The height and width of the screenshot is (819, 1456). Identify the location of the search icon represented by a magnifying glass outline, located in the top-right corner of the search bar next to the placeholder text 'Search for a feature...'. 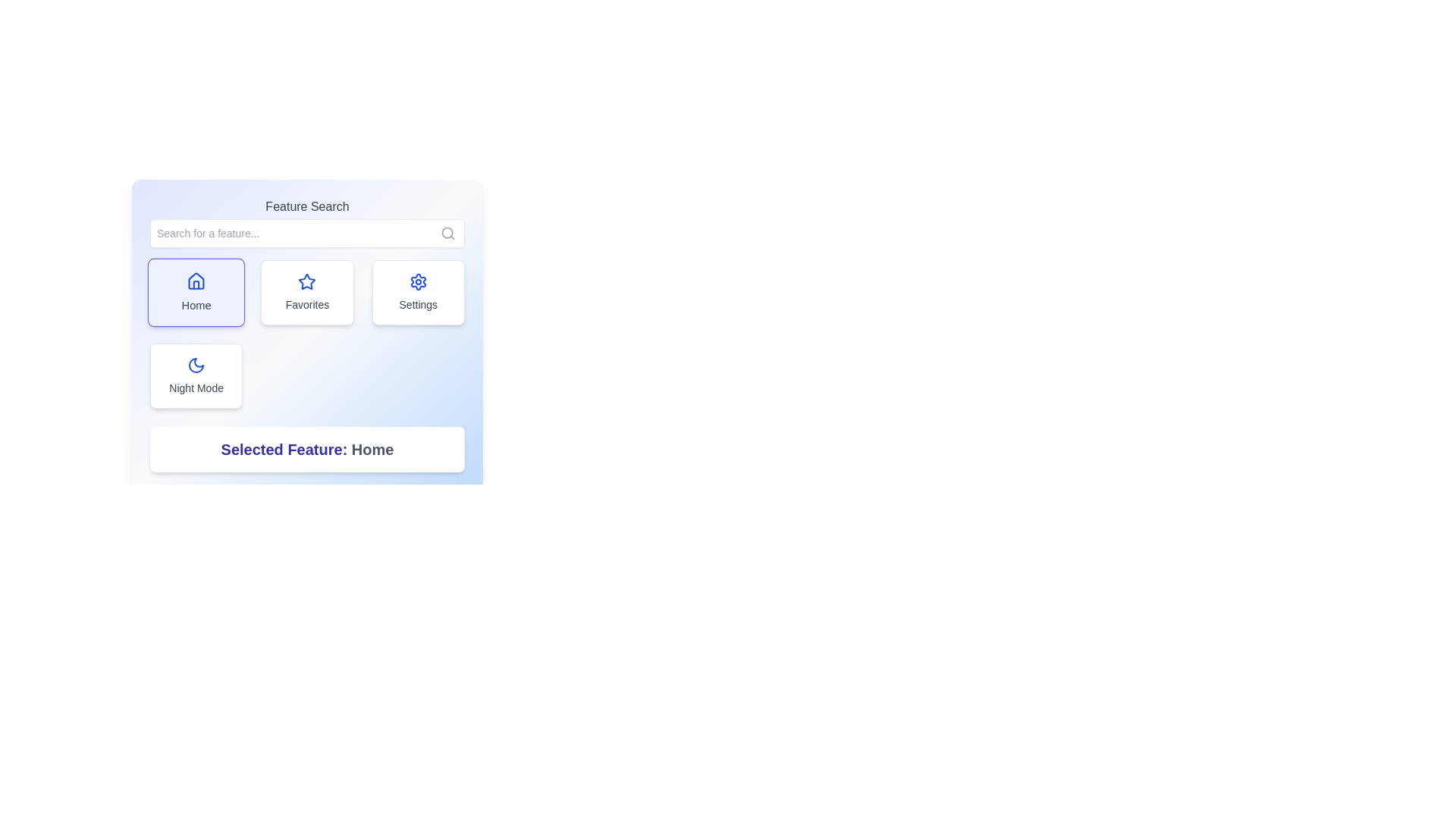
(447, 234).